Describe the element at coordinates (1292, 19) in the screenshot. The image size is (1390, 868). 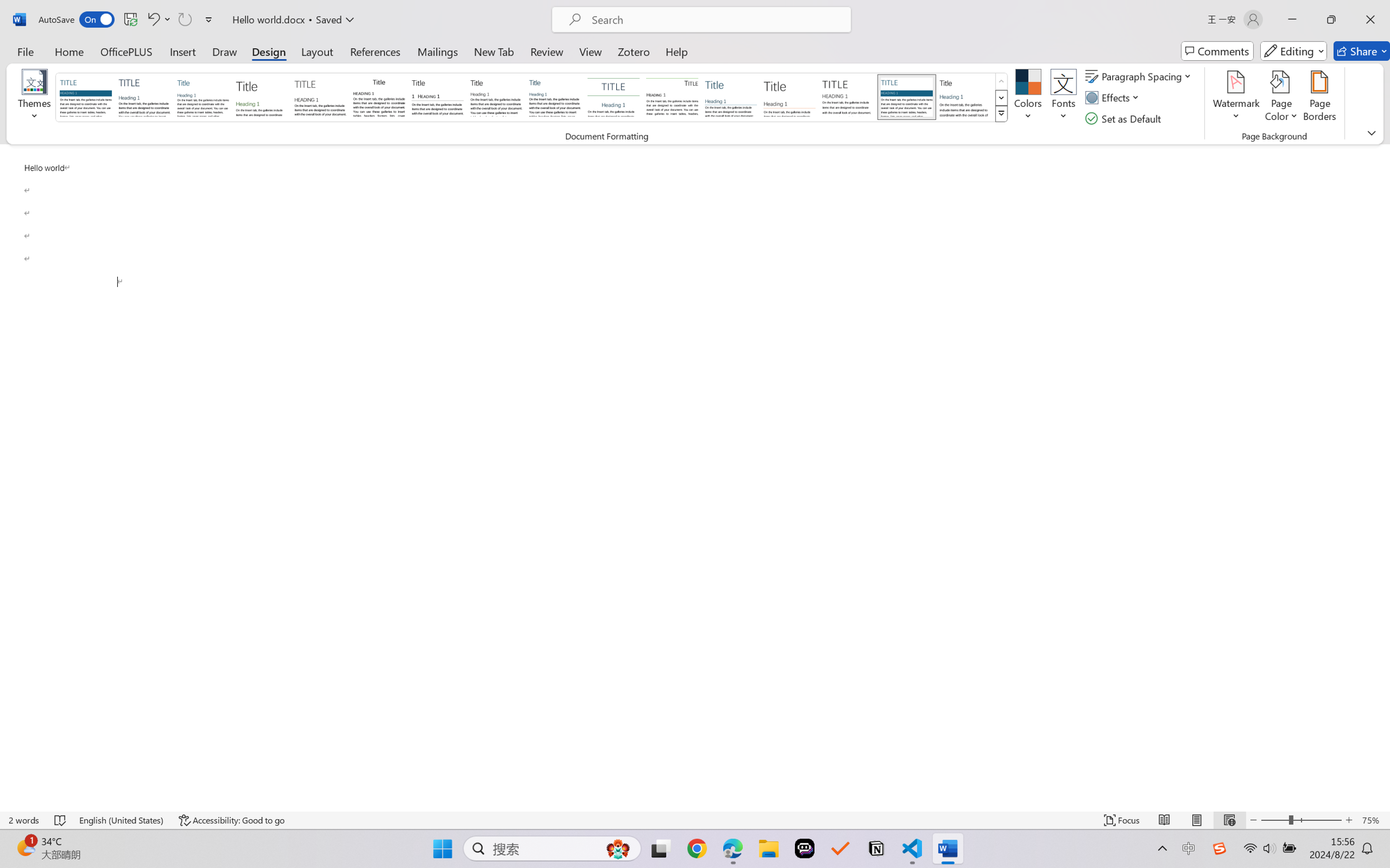
I see `'Minimize'` at that location.